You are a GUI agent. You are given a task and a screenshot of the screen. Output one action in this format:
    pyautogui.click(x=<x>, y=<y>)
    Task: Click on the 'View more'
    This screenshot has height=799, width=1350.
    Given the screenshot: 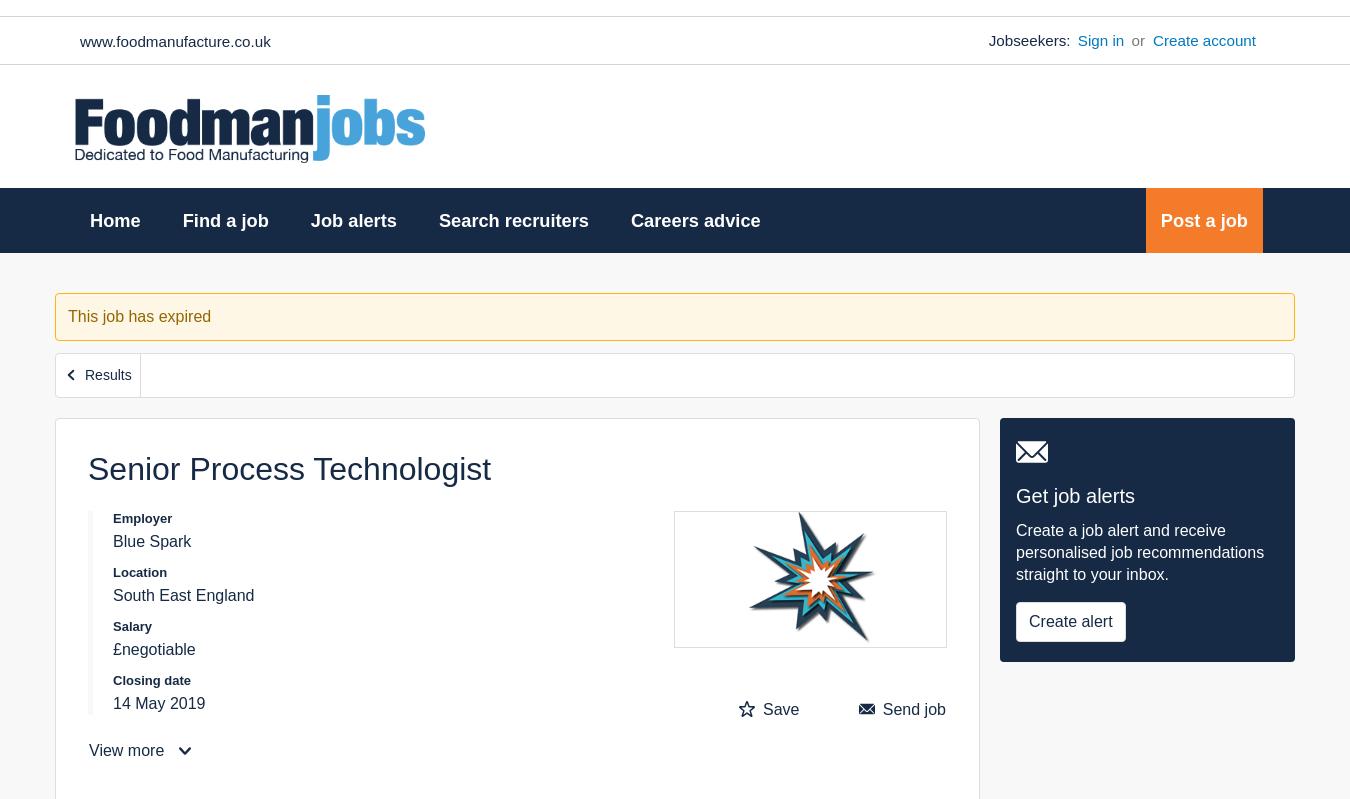 What is the action you would take?
    pyautogui.click(x=128, y=750)
    